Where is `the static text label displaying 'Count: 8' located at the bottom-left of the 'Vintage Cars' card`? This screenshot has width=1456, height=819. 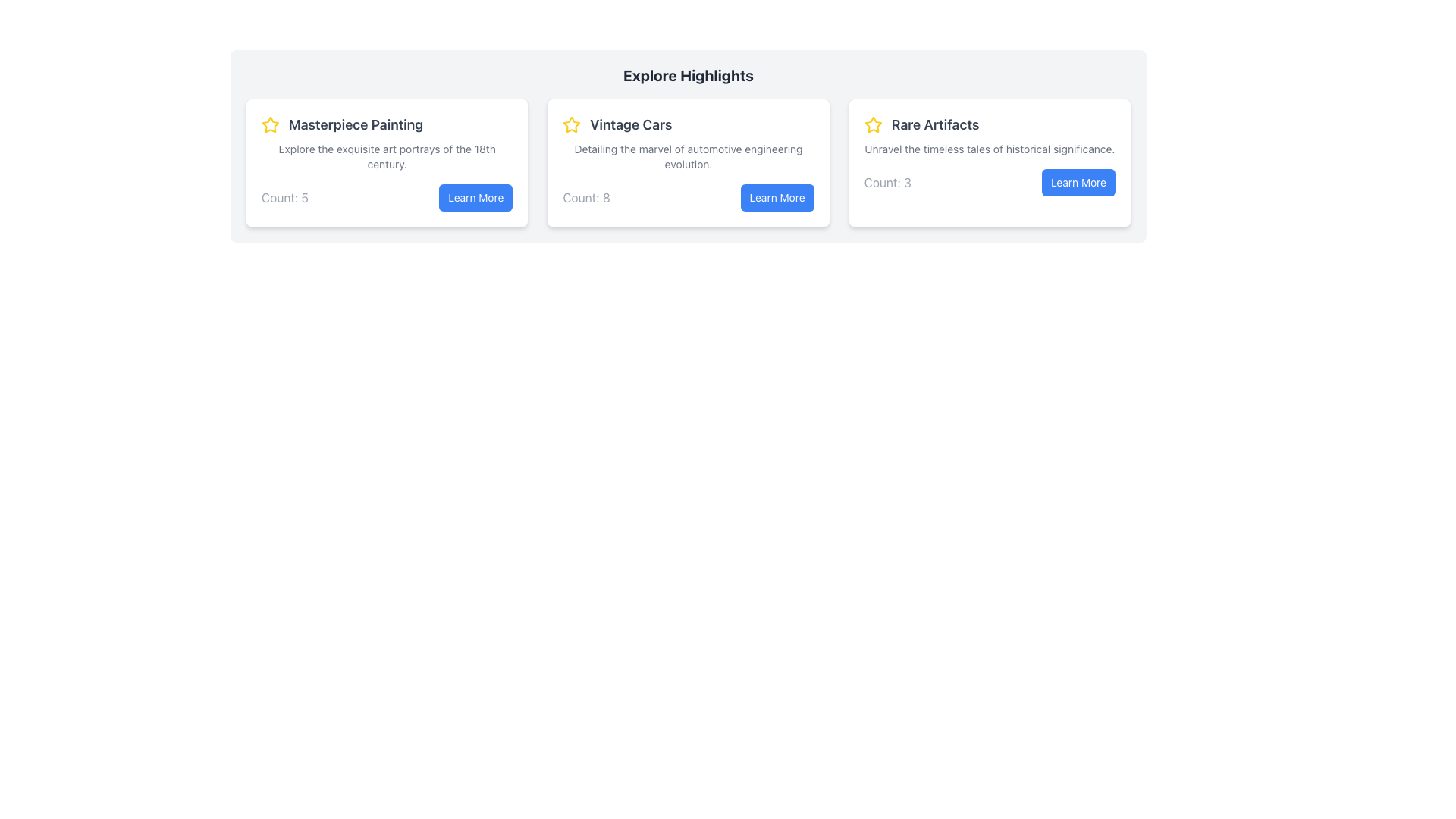
the static text label displaying 'Count: 8' located at the bottom-left of the 'Vintage Cars' card is located at coordinates (585, 197).